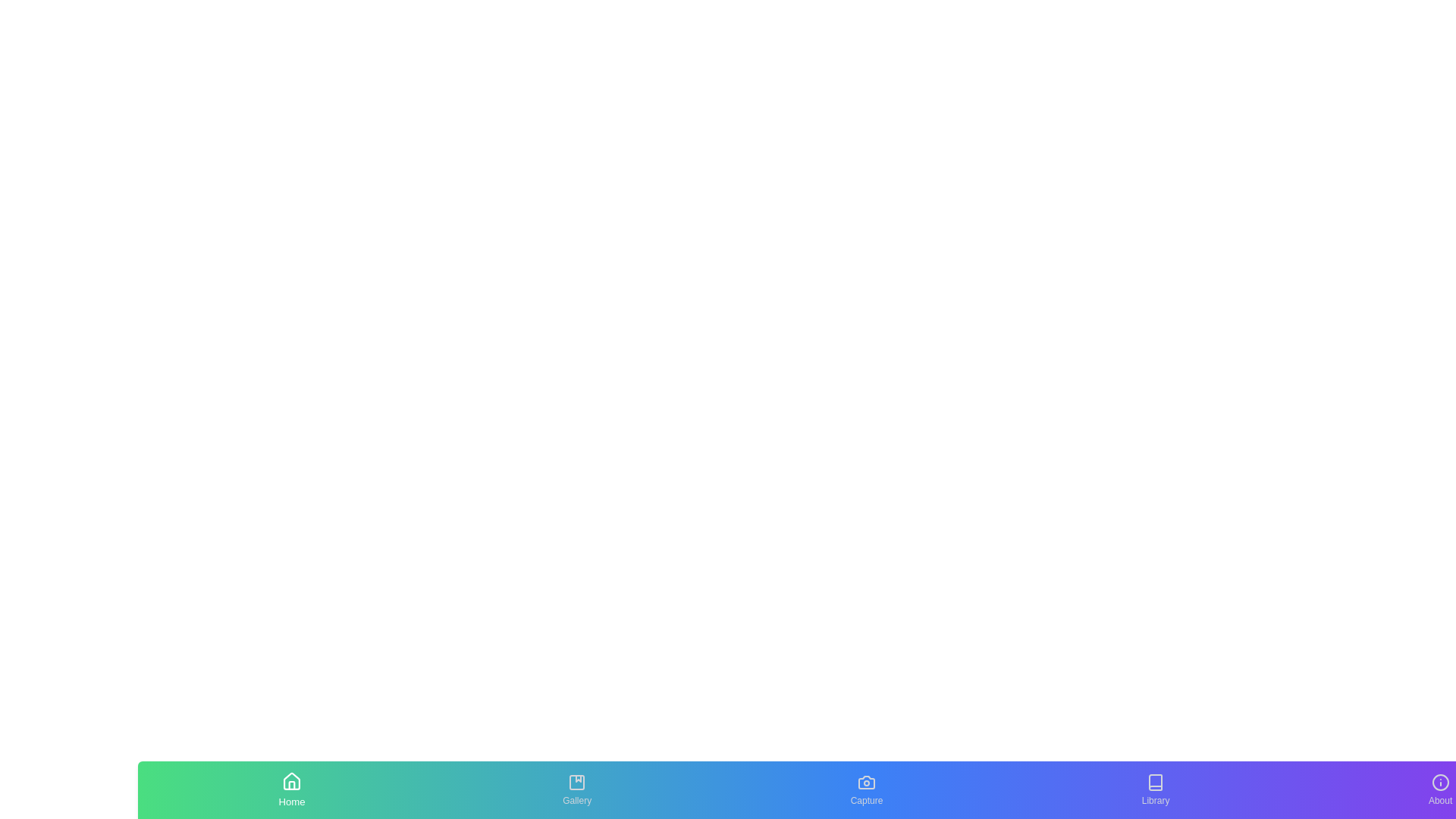 Image resolution: width=1456 pixels, height=819 pixels. I want to click on the About tab, so click(1439, 789).